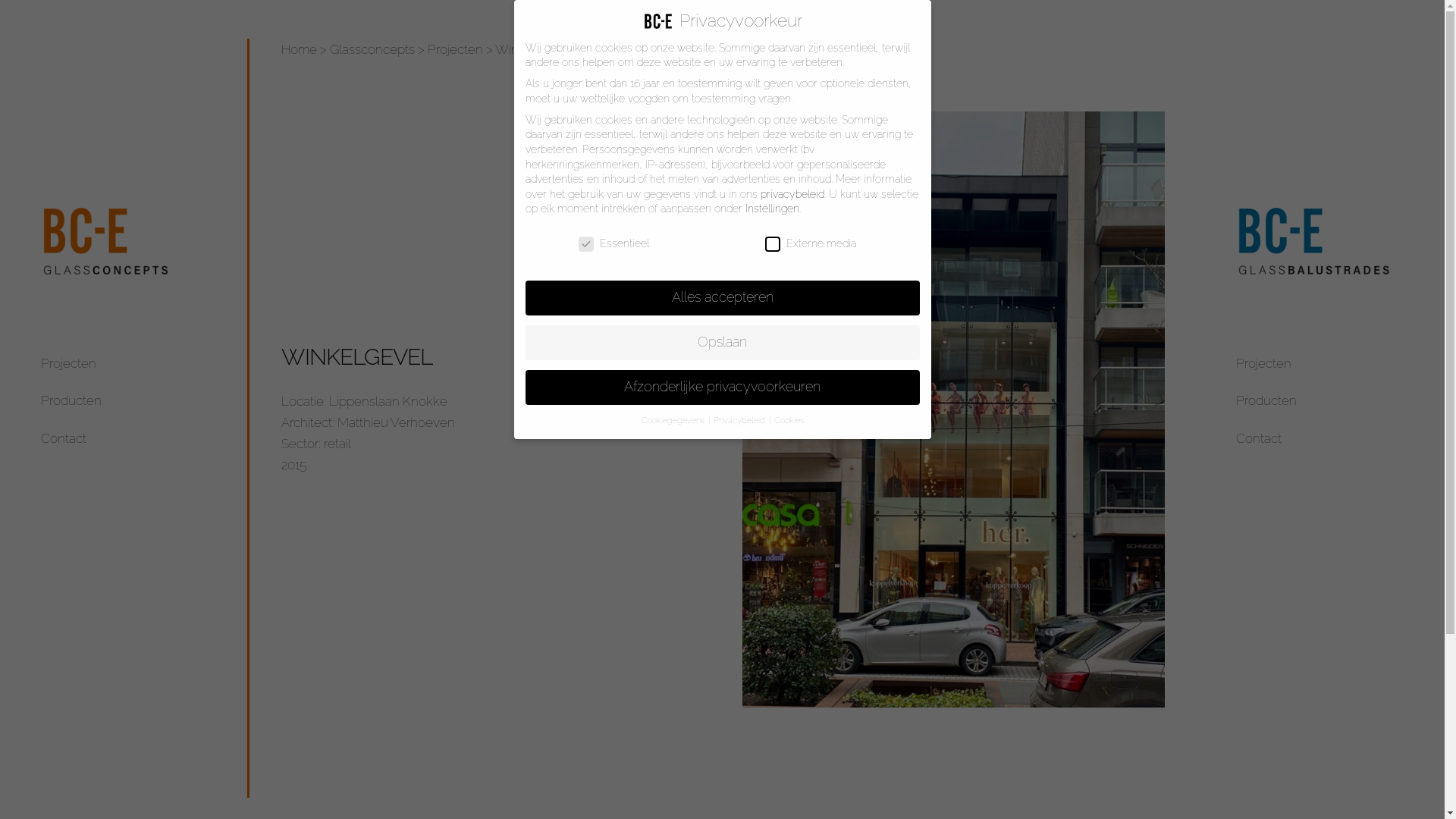  What do you see at coordinates (771, 208) in the screenshot?
I see `'Instellingen'` at bounding box center [771, 208].